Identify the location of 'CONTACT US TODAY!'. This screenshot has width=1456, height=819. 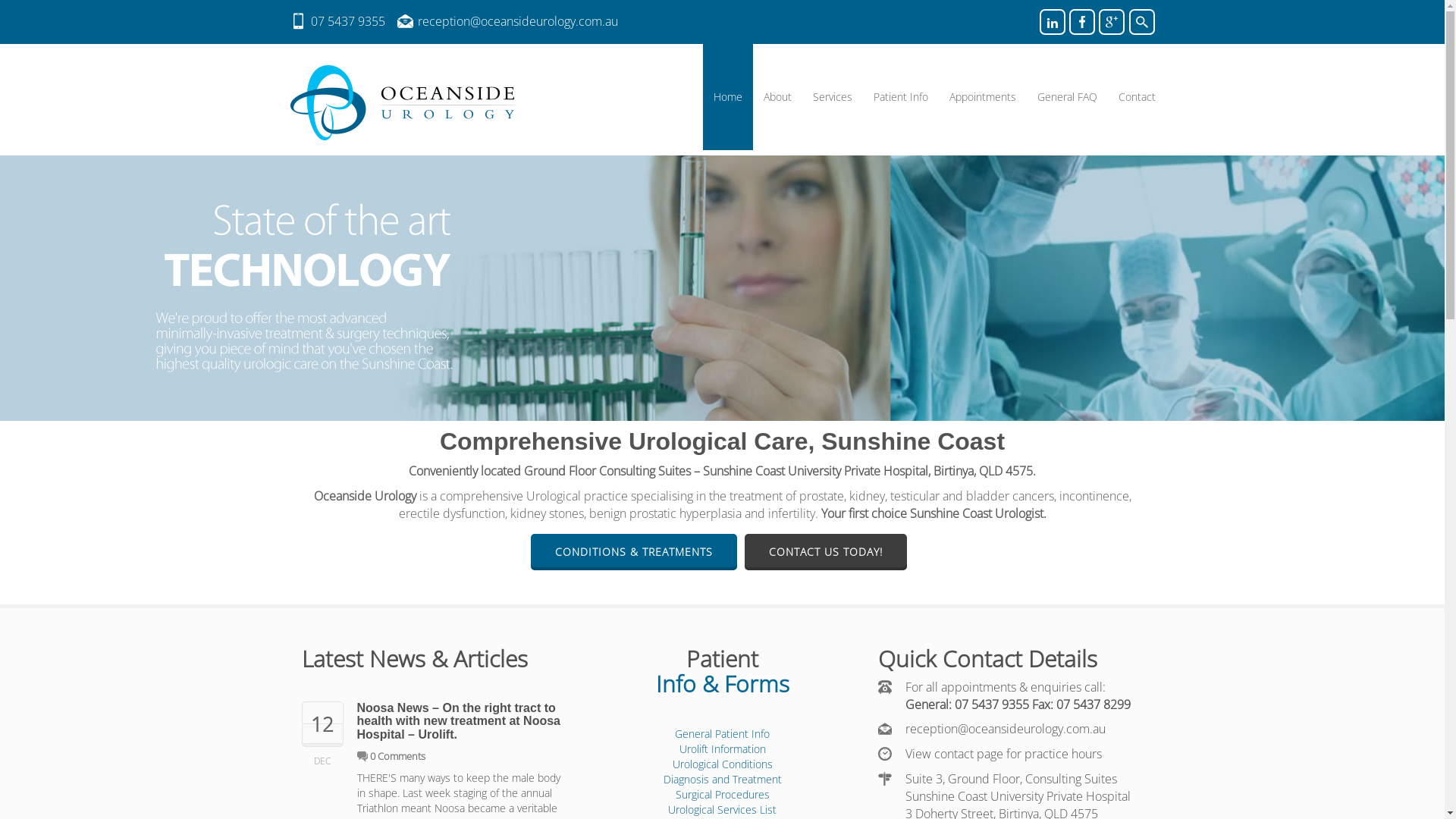
(825, 551).